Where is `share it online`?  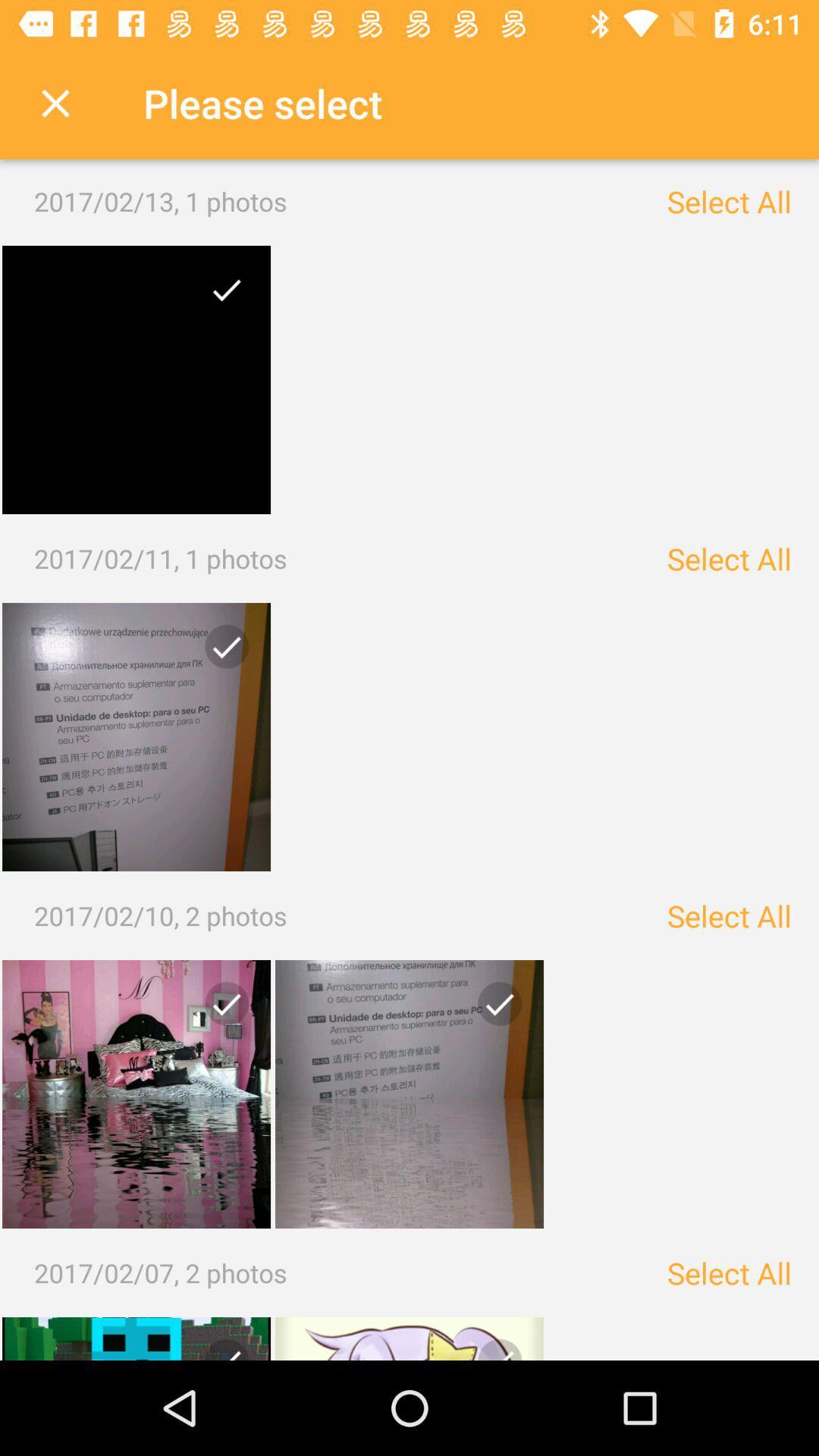 share it online is located at coordinates (494, 1009).